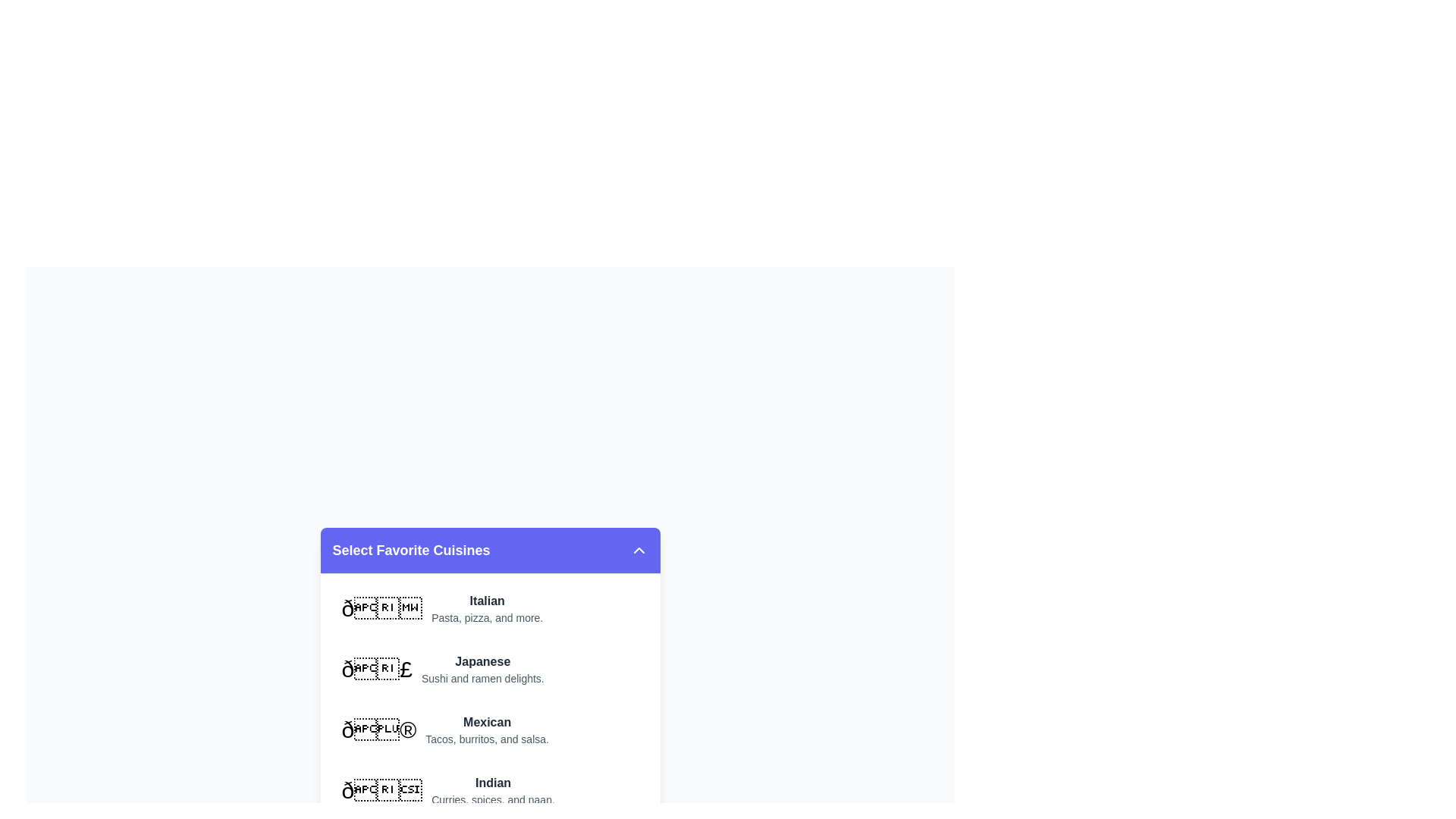 The image size is (1456, 819). What do you see at coordinates (639, 550) in the screenshot?
I see `the small upward-pointing chevron icon on the far right side of the purple bar titled 'Select Favorite Cuisines'` at bounding box center [639, 550].